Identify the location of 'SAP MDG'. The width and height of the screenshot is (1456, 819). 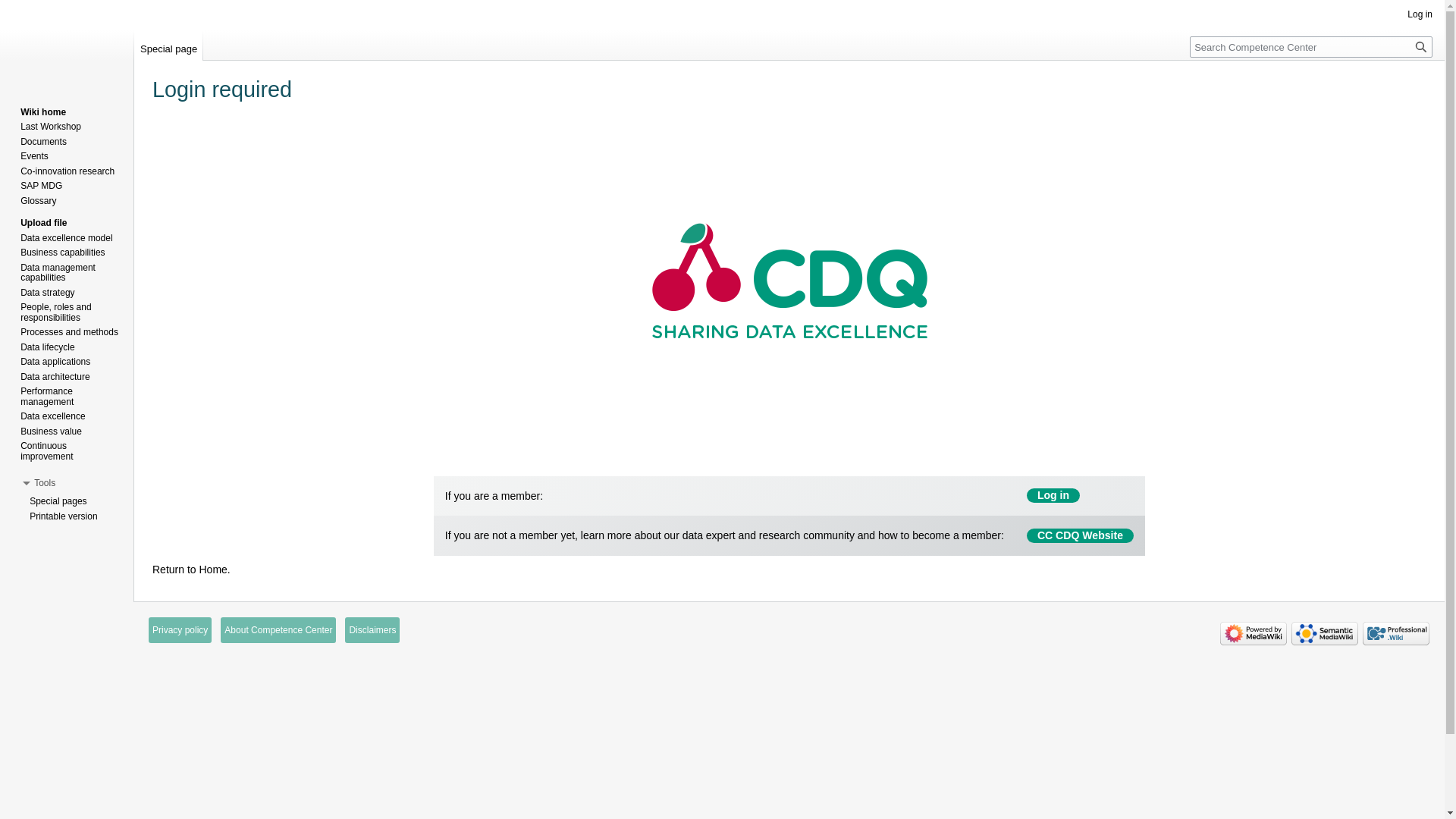
(41, 185).